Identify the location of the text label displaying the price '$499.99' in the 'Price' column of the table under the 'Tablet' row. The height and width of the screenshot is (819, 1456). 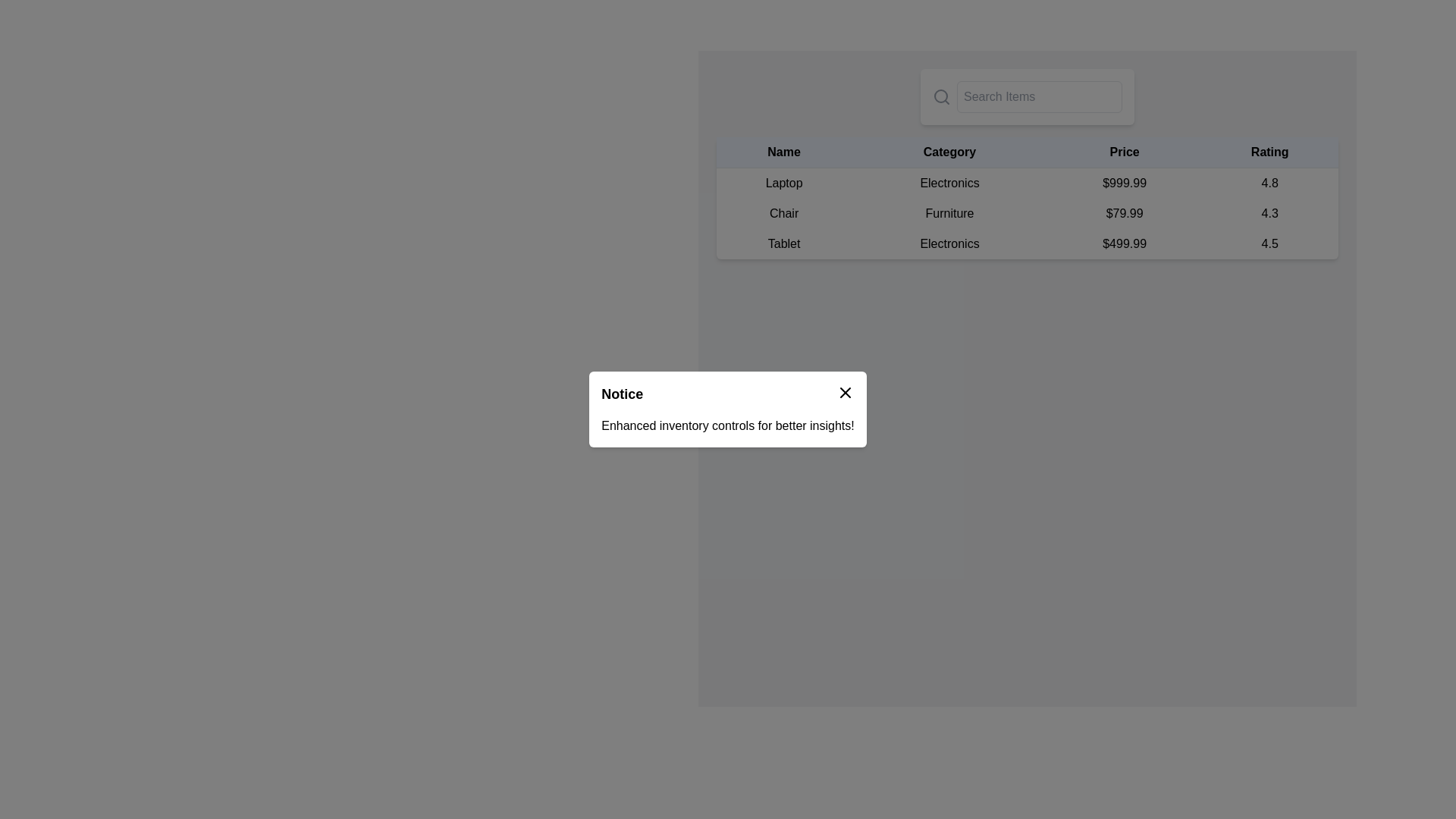
(1125, 243).